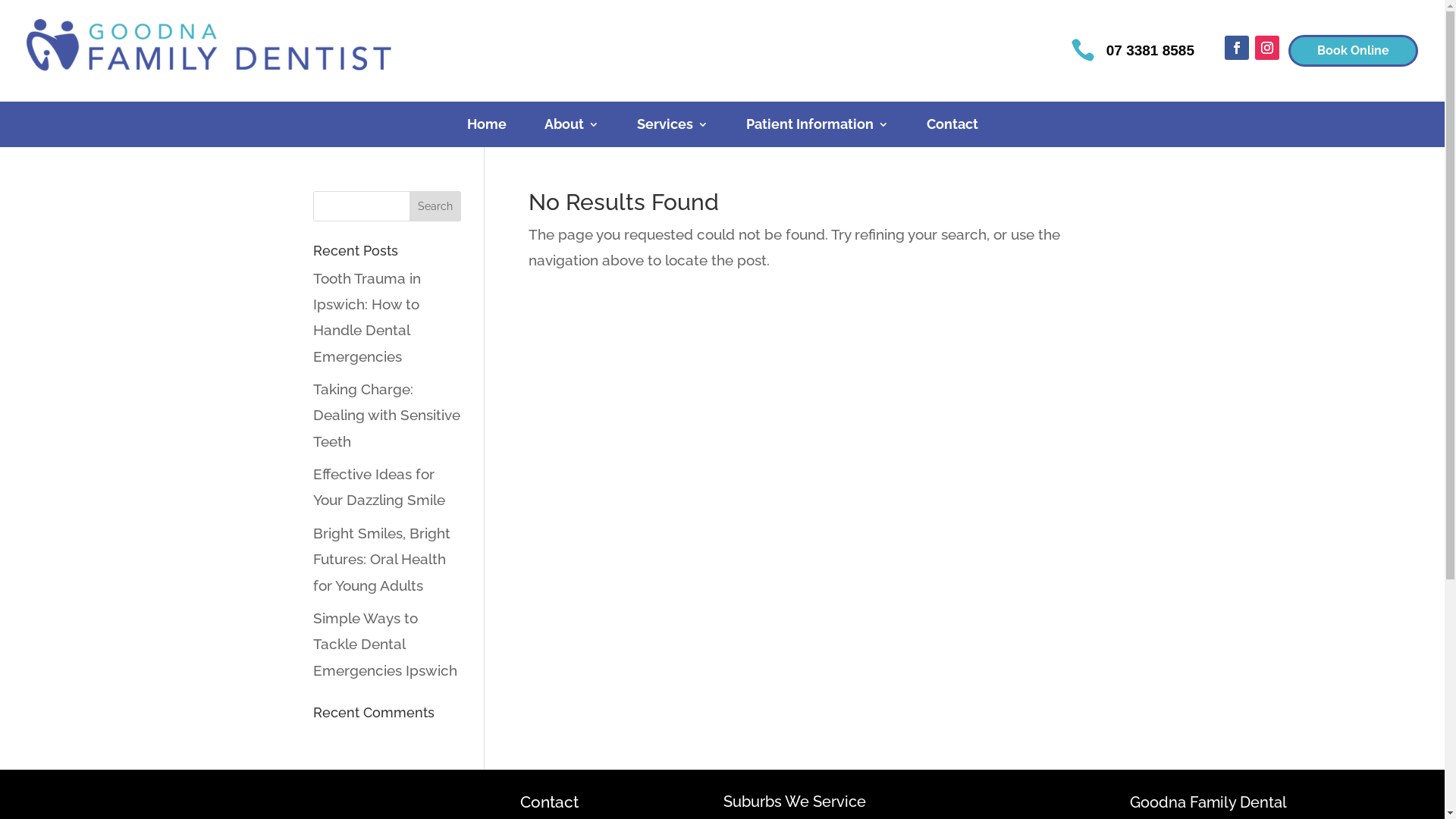 The image size is (1456, 819). Describe the element at coordinates (1106, 49) in the screenshot. I see `'07 3381 8585'` at that location.